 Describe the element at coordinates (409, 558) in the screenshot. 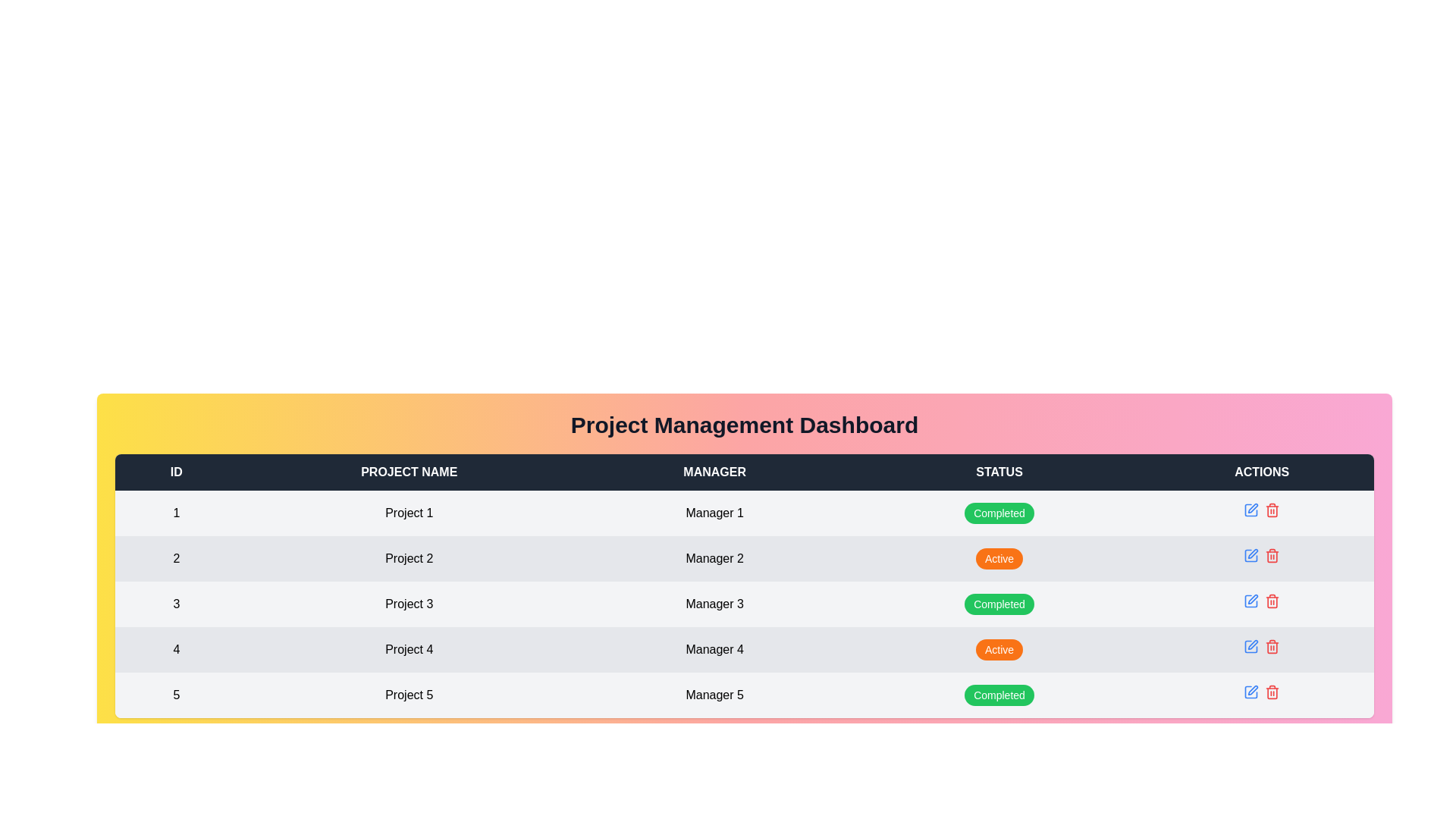

I see `the text label displaying 'Project 2', which is located in the second column of the second row in a table, centered between the 'ID' and 'MANAGER' columns` at that location.